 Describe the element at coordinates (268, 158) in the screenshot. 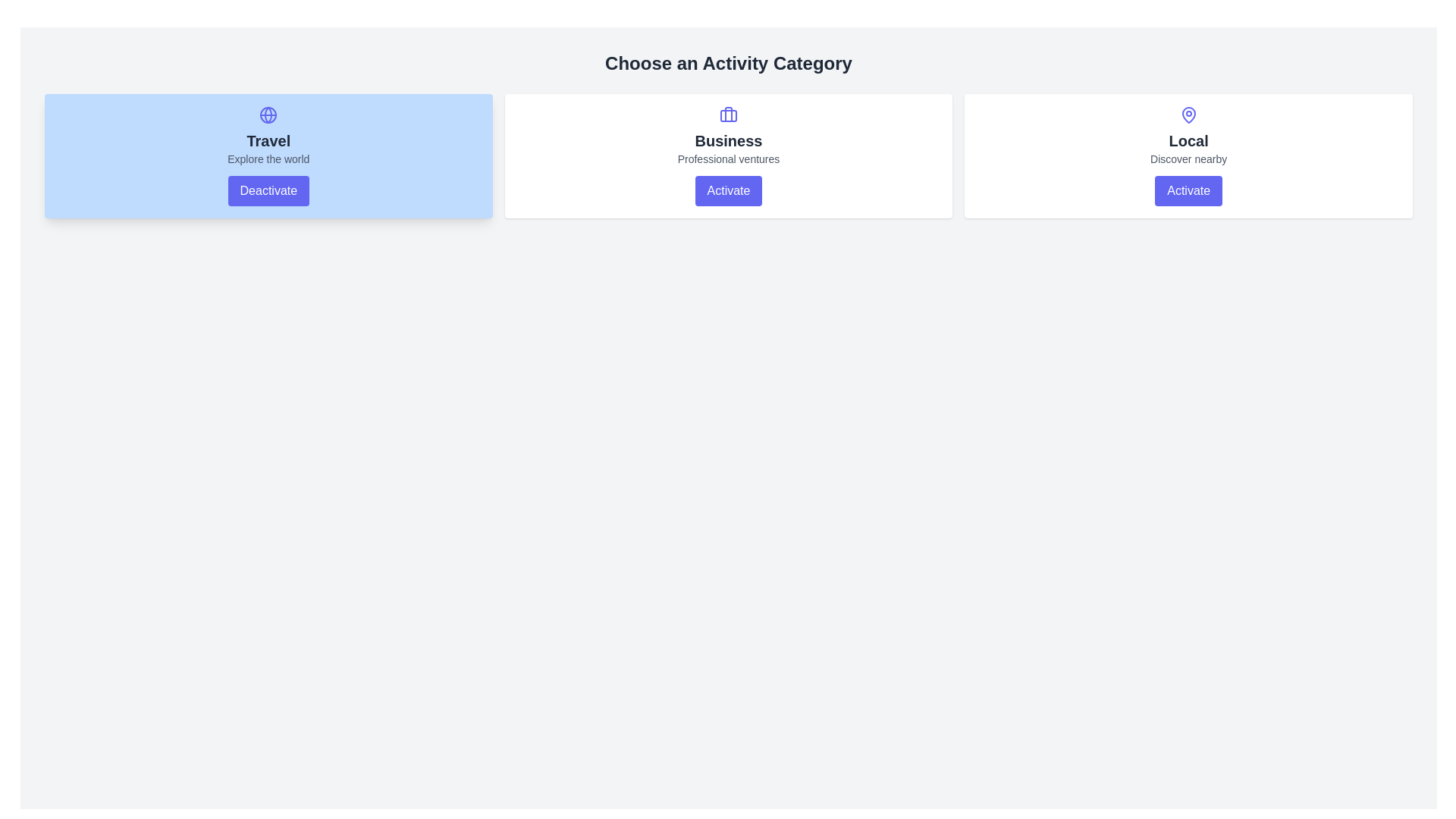

I see `the text label that reads 'Explore the world', which is styled in a small font size and light gray color, located beneath the 'Travel' text and above the 'Deactivate' button in a light blue card interface` at that location.